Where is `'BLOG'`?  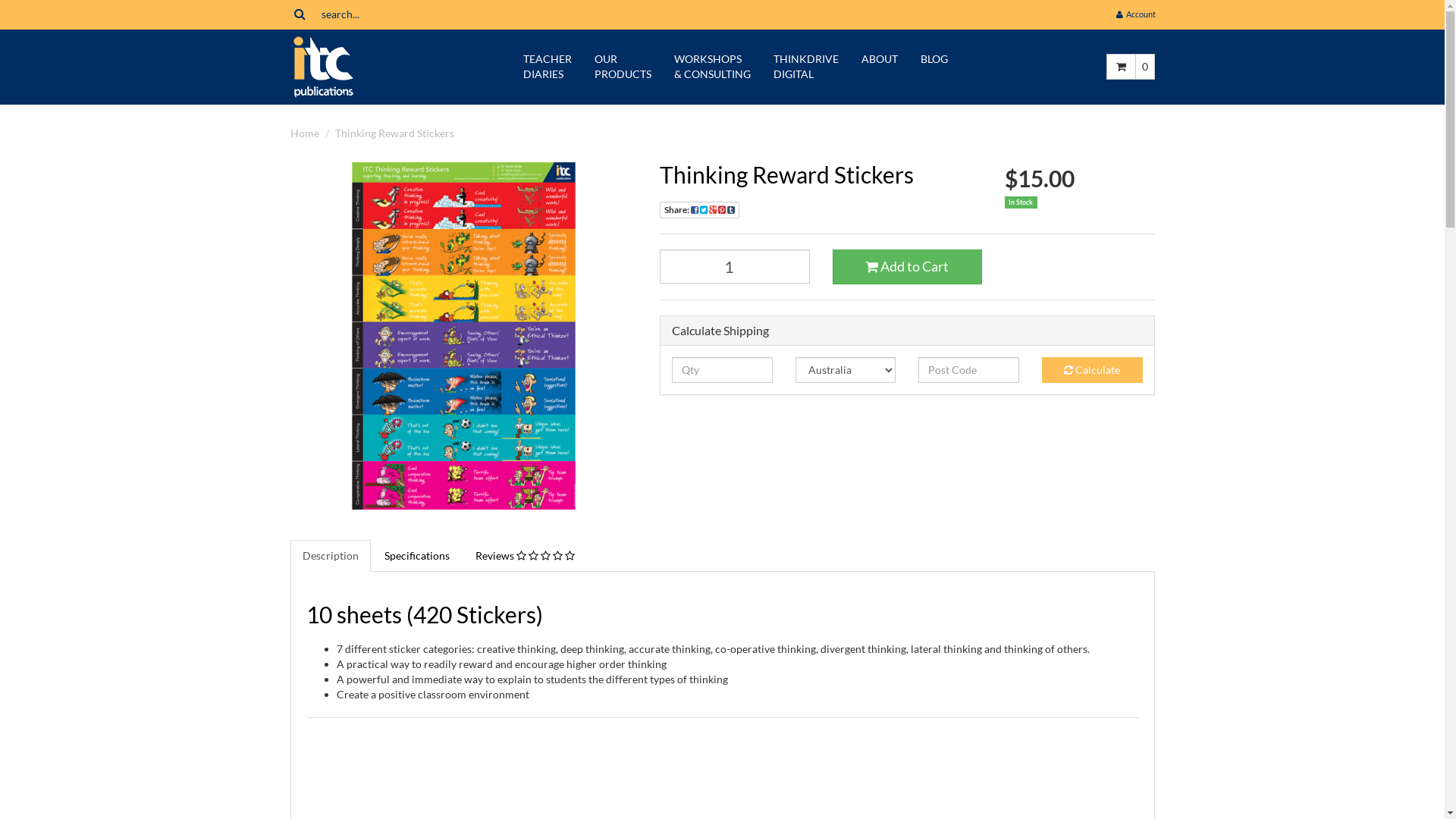 'BLOG' is located at coordinates (934, 58).